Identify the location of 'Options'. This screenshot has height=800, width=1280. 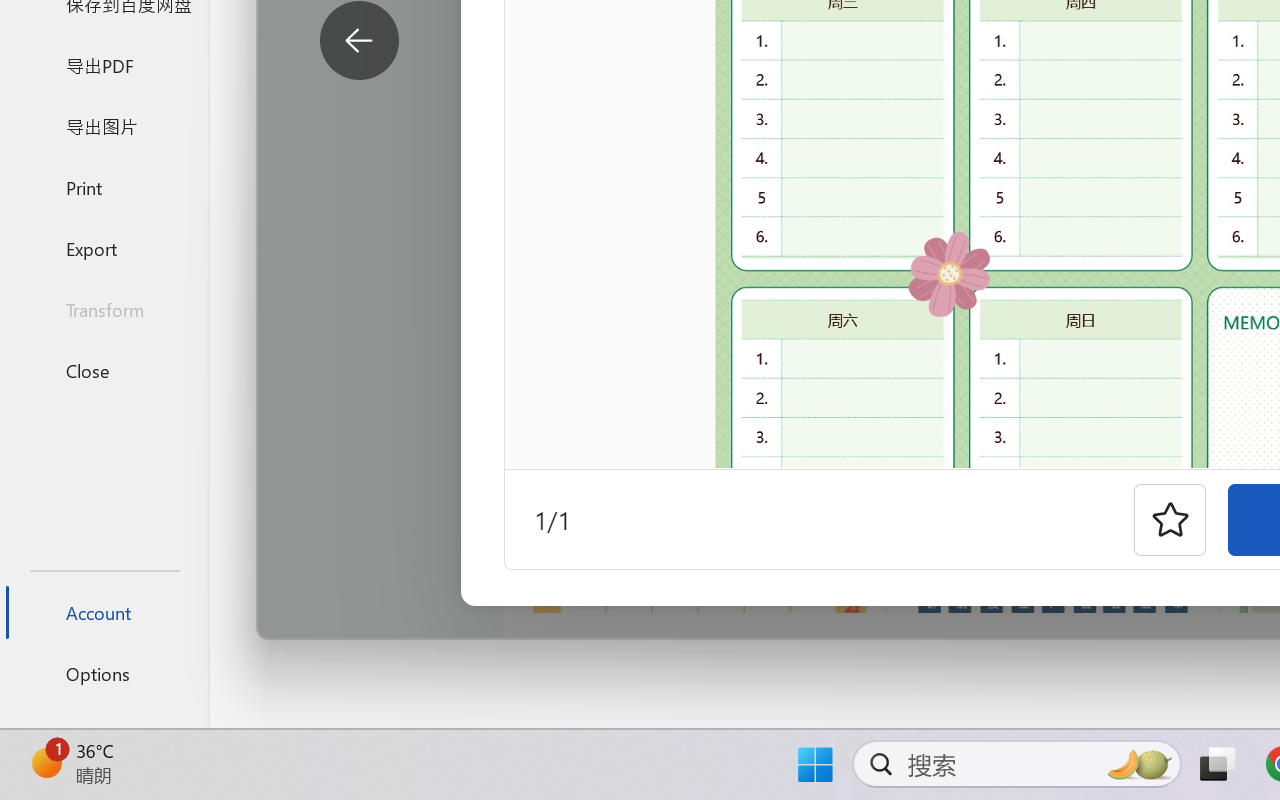
(103, 673).